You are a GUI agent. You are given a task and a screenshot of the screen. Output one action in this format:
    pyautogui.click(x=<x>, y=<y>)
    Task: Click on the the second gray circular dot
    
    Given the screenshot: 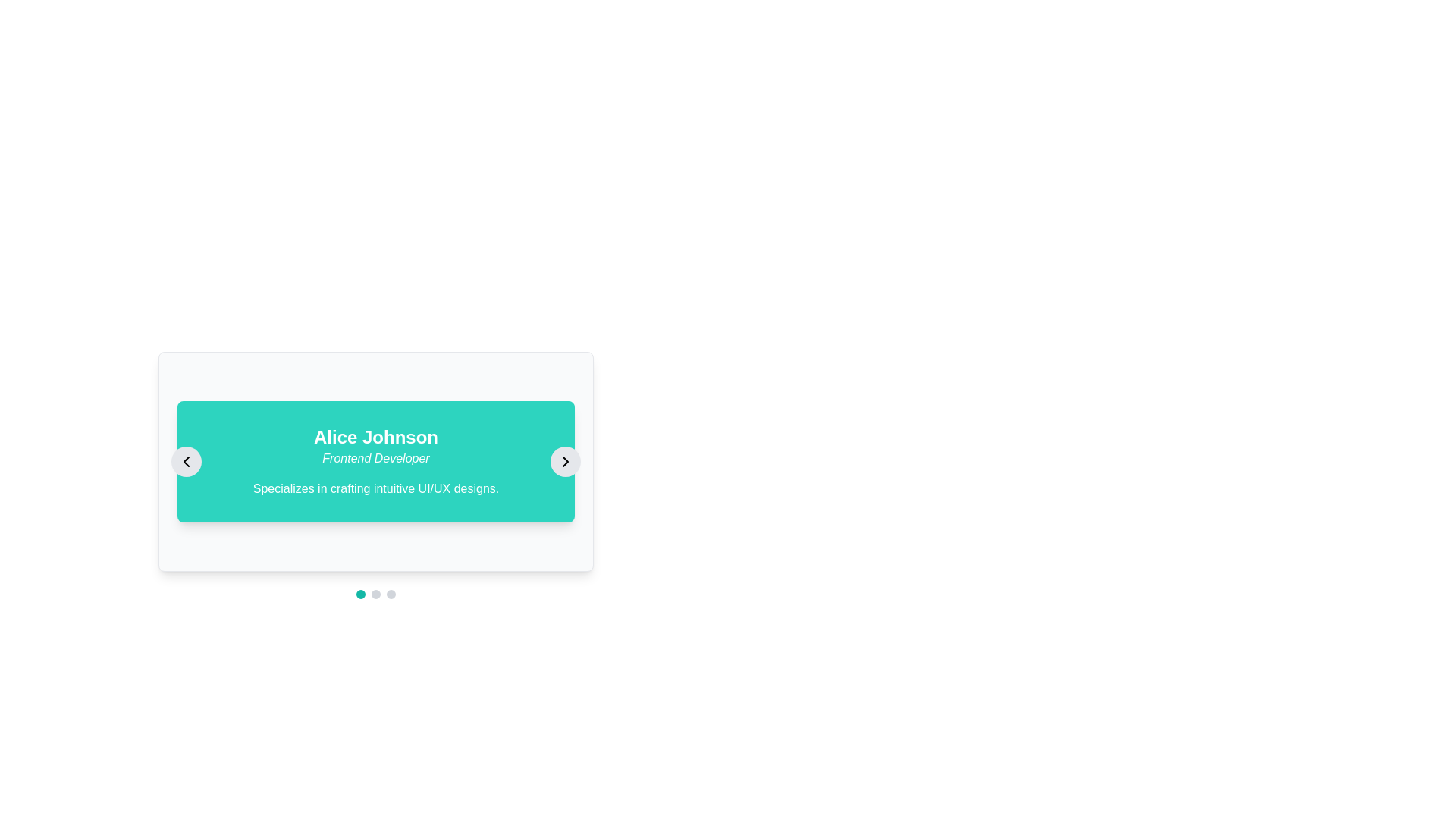 What is the action you would take?
    pyautogui.click(x=375, y=593)
    